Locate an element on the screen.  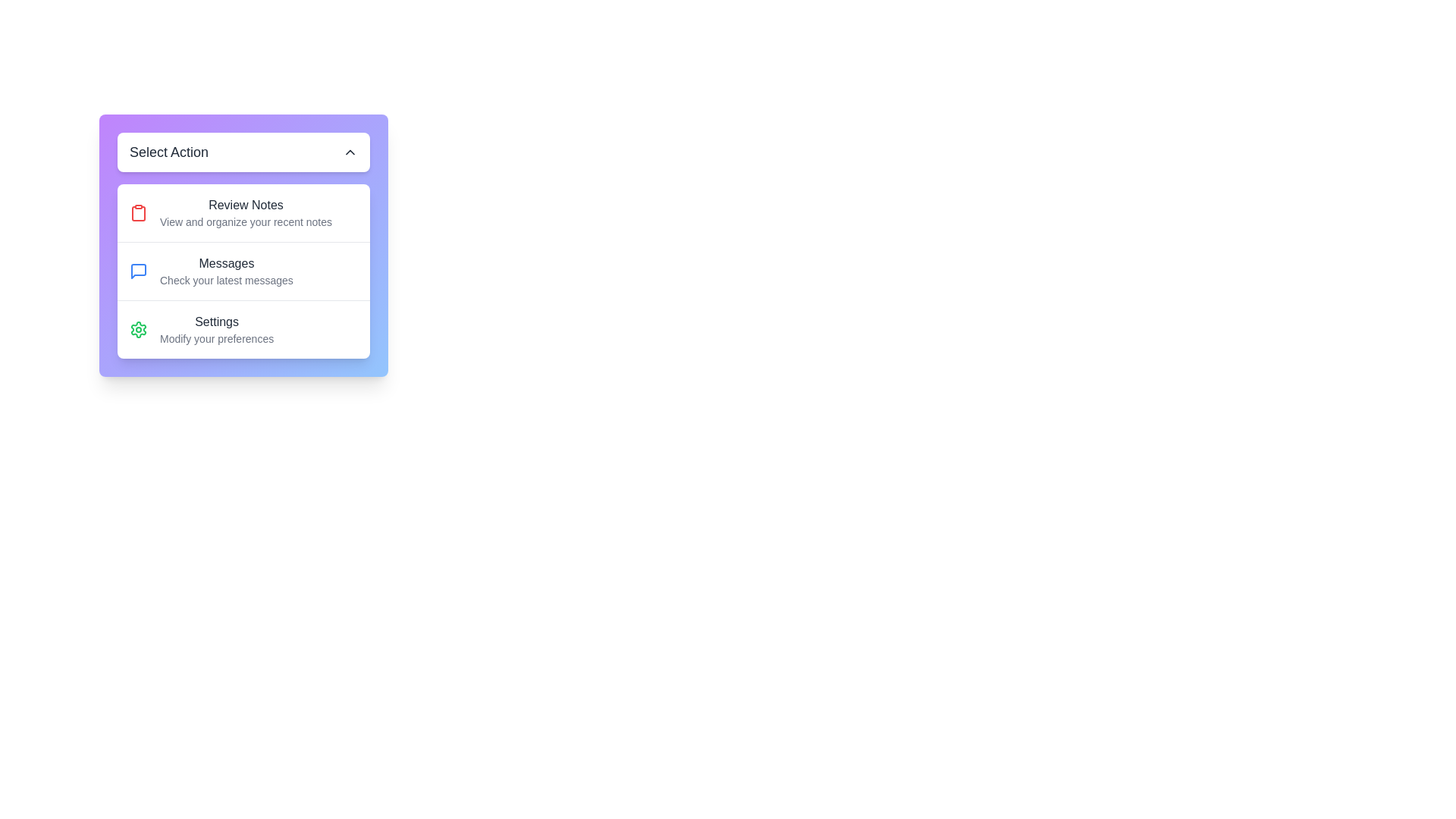
the text label displaying 'Check your latest messages', which is located beneath the 'Messages' heading in the 'Select Action' menu panel is located at coordinates (225, 281).